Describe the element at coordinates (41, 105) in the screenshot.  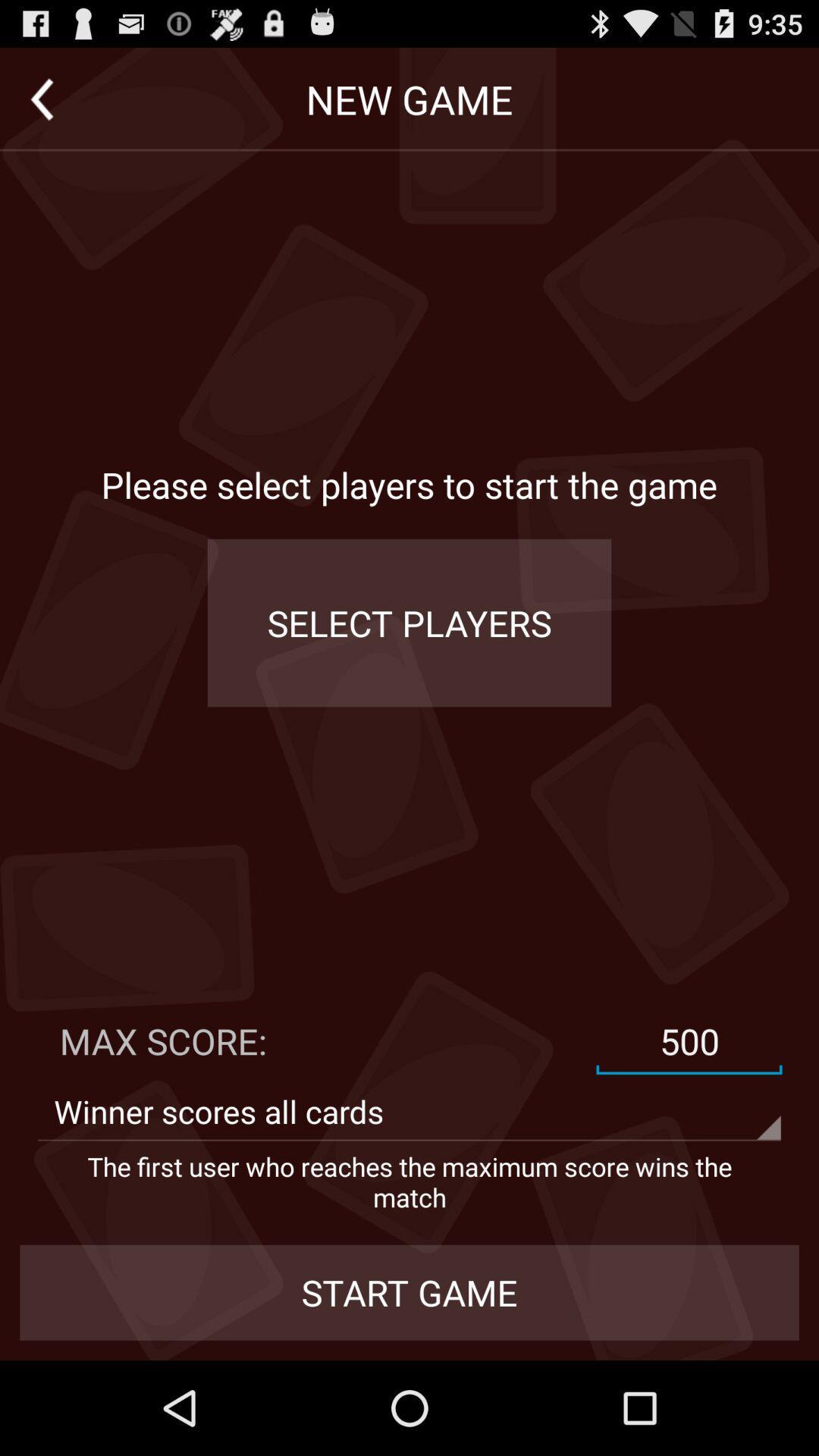
I see `the arrow_backward icon` at that location.